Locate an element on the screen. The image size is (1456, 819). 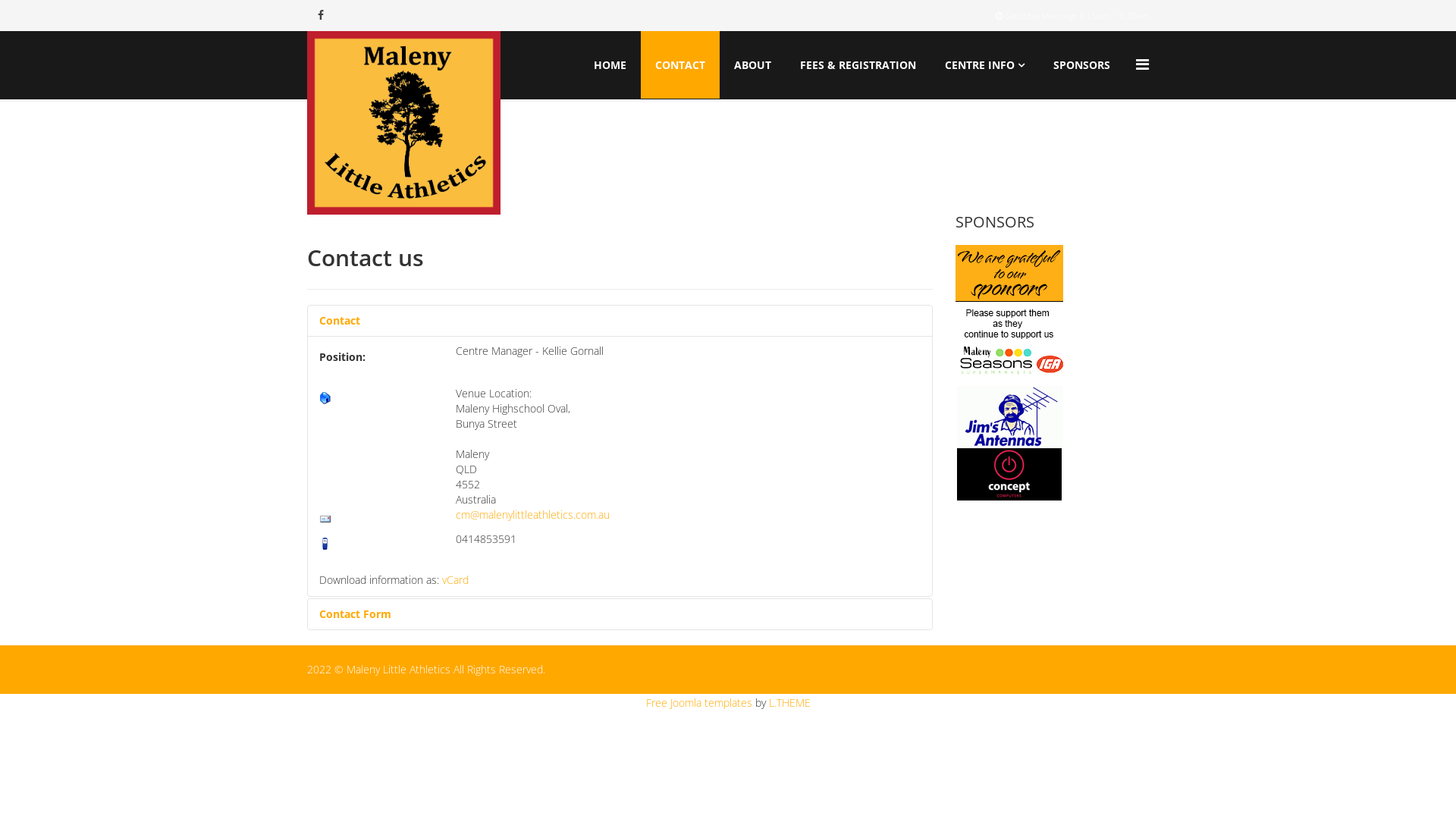
'CONTACT' is located at coordinates (679, 64).